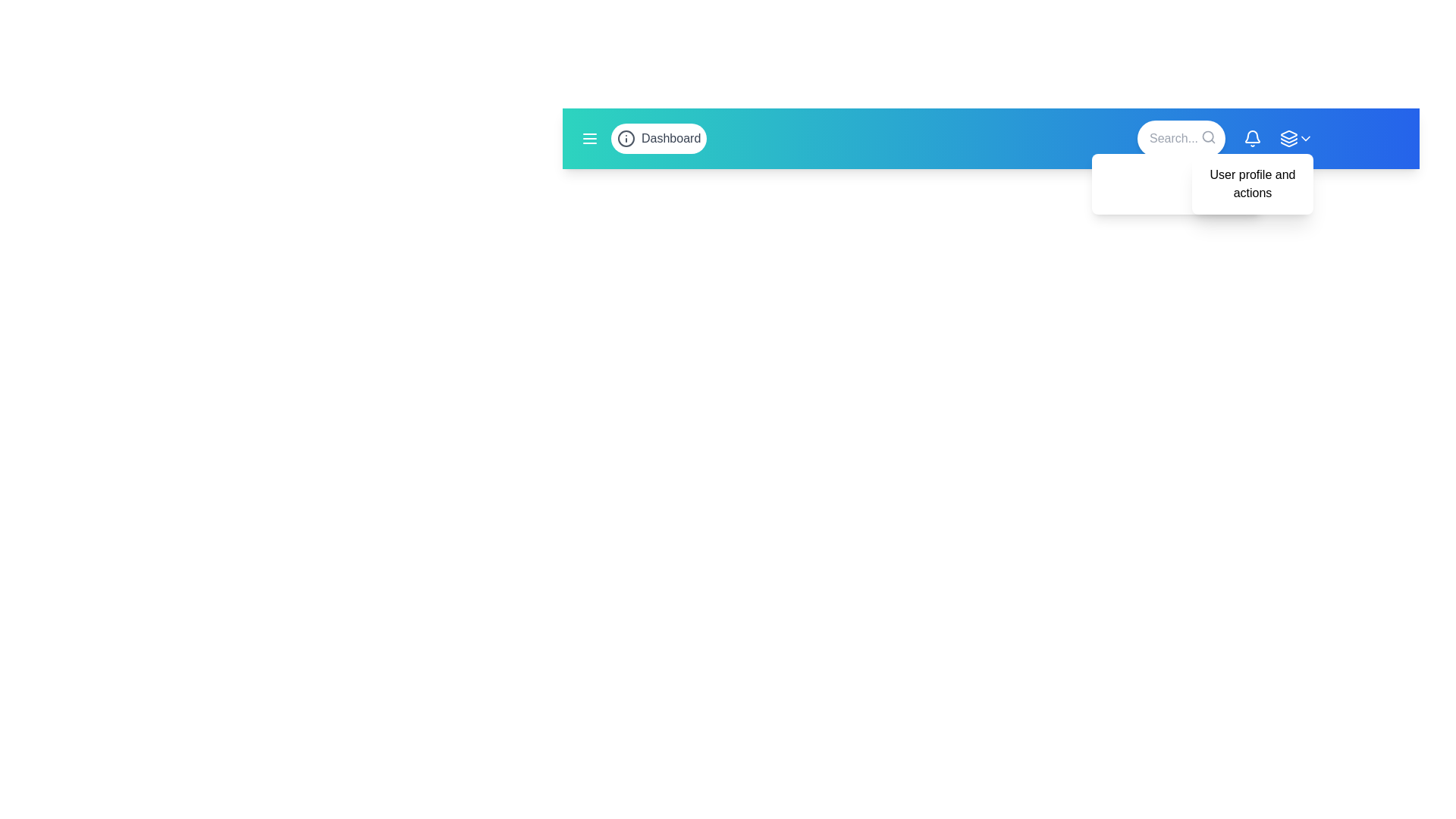 The image size is (1456, 819). Describe the element at coordinates (1207, 136) in the screenshot. I see `the circular graphical item within the search icon located in the upper-right section of the interface` at that location.